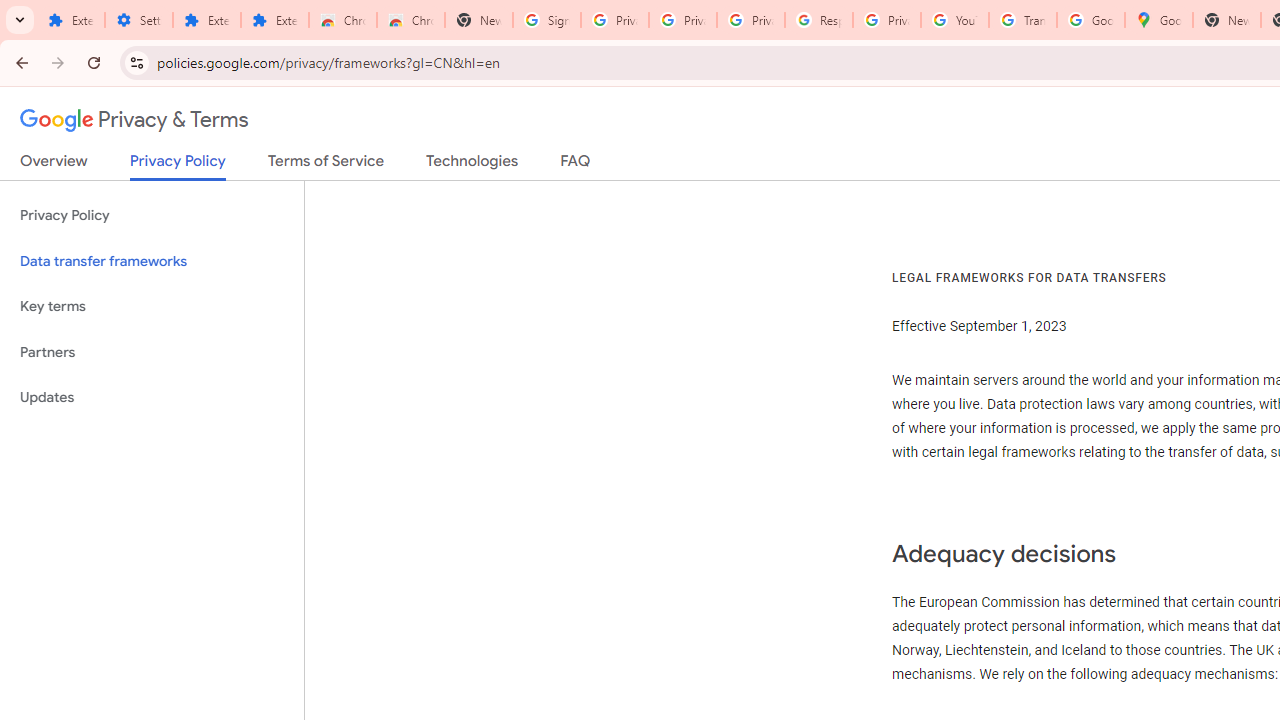 Image resolution: width=1280 pixels, height=720 pixels. I want to click on 'Chrome Web Store - Themes', so click(410, 20).